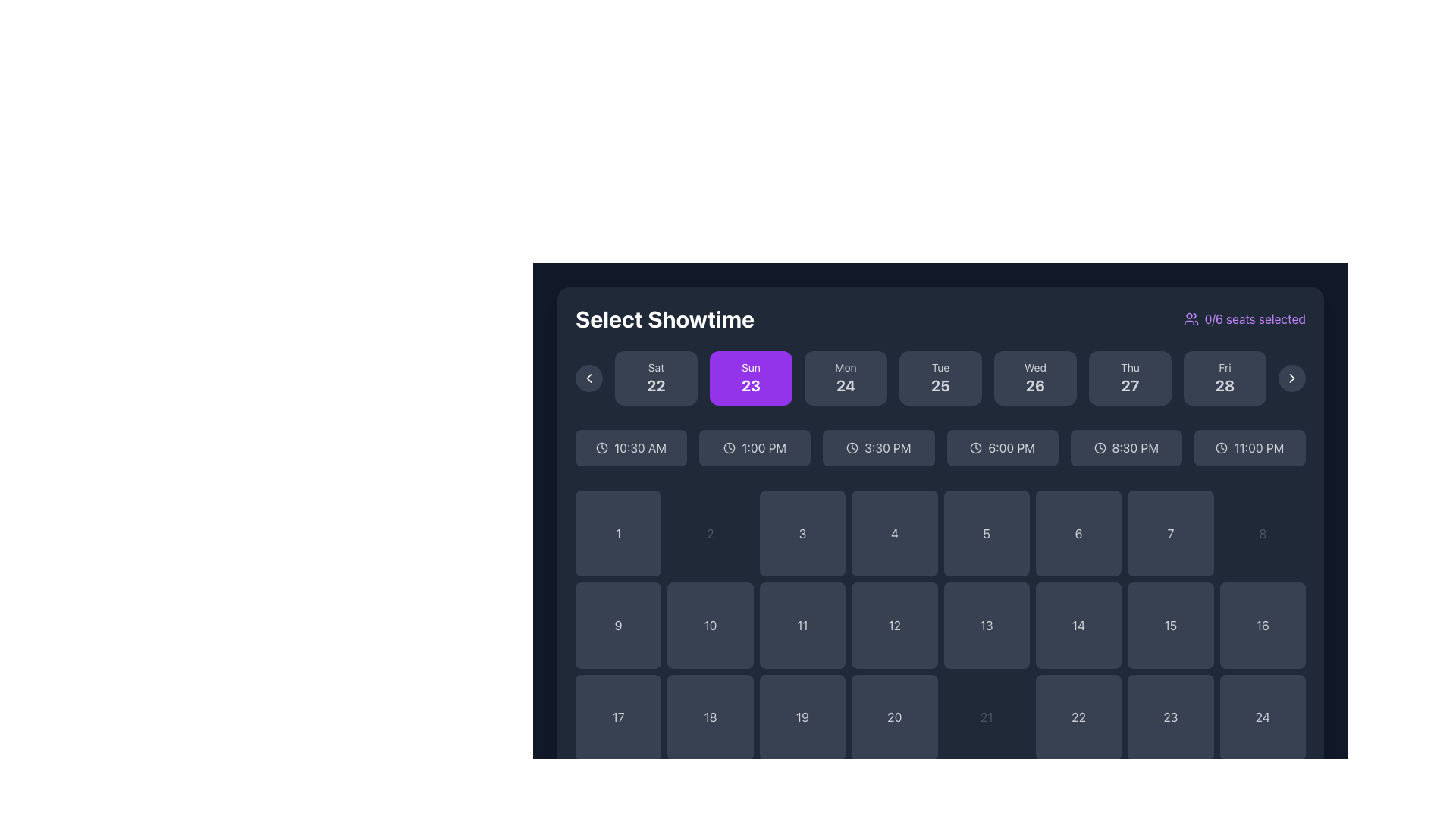  I want to click on the date selector button for Thursday, the 27th, located, so click(1130, 377).